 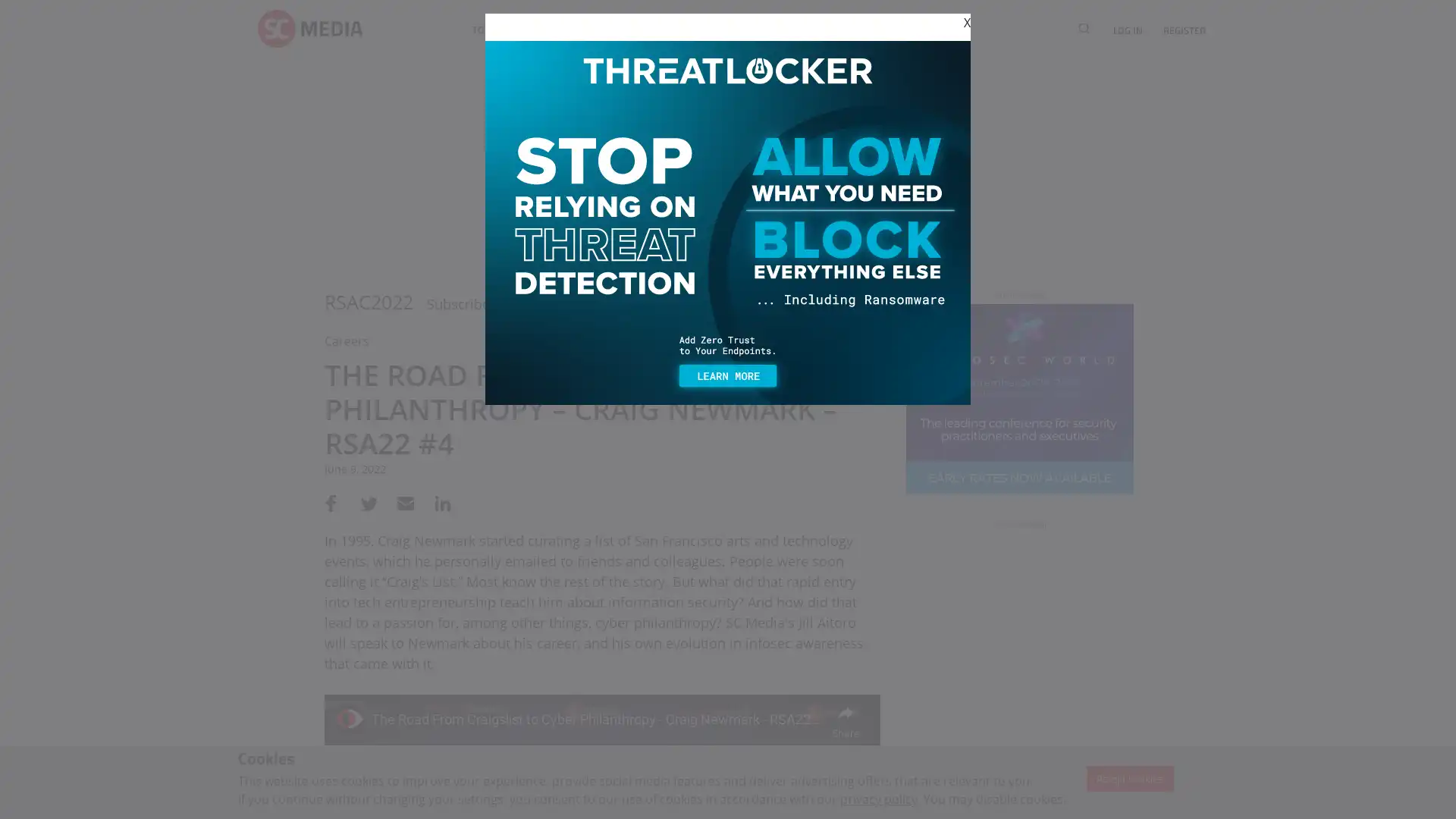 I want to click on INDUSTRY, so click(x=551, y=30).